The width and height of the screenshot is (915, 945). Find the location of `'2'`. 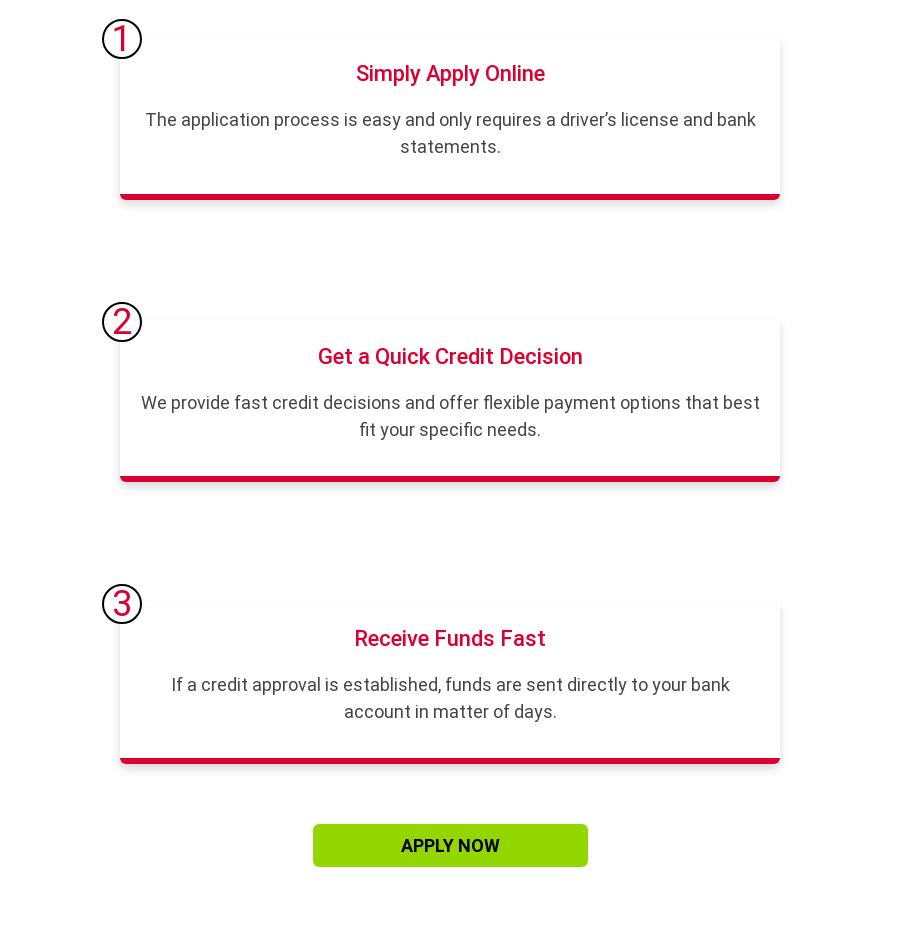

'2' is located at coordinates (121, 321).